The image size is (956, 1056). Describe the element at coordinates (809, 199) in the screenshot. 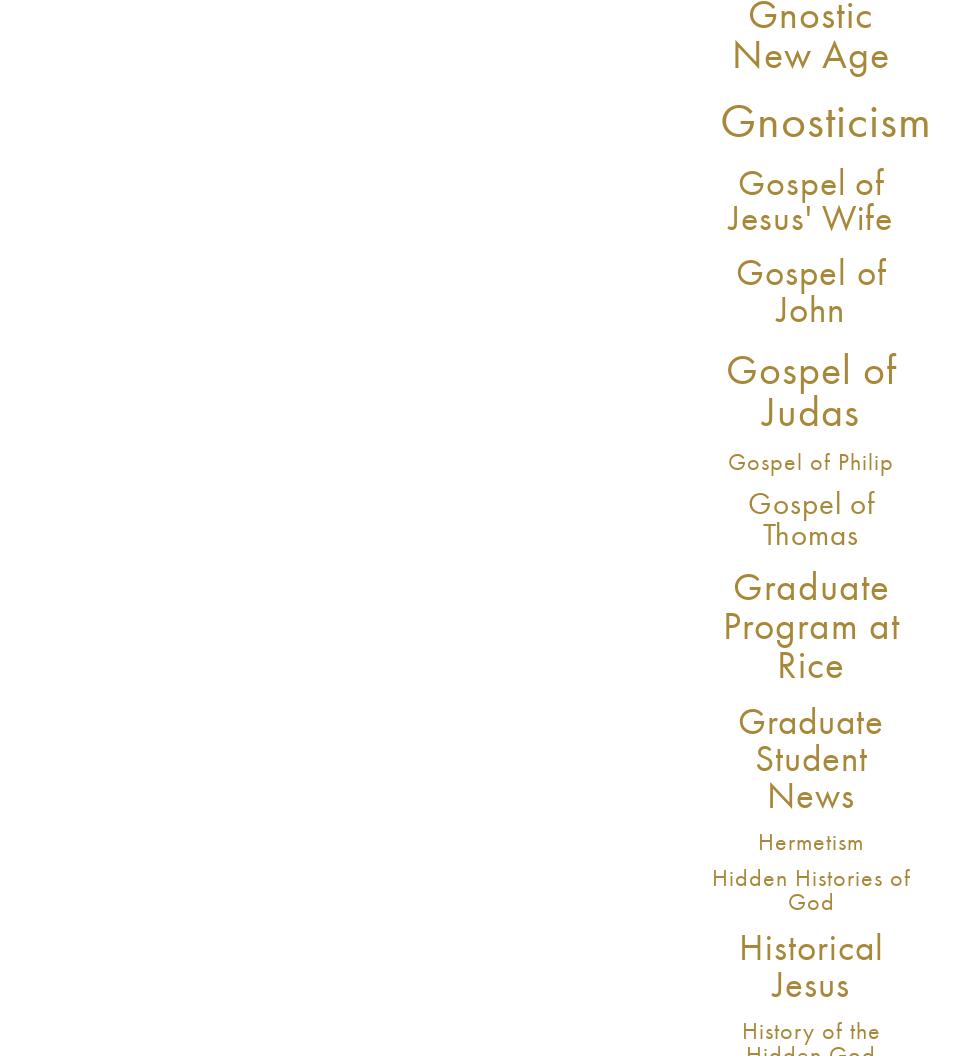

I see `'Gospel of Jesus' Wife'` at that location.